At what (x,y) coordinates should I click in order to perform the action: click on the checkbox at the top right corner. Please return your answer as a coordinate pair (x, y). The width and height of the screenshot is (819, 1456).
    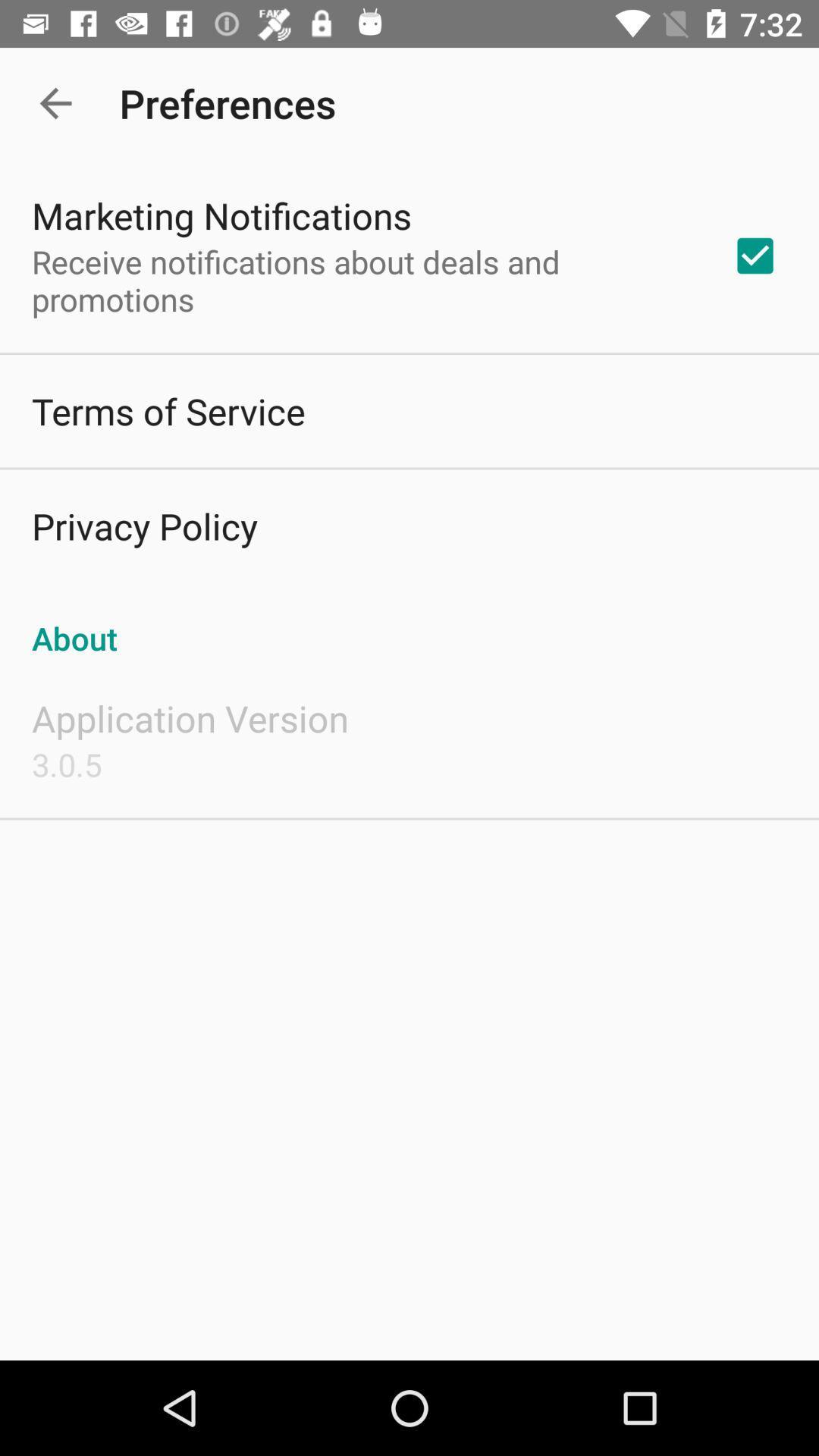
    Looking at the image, I should click on (755, 256).